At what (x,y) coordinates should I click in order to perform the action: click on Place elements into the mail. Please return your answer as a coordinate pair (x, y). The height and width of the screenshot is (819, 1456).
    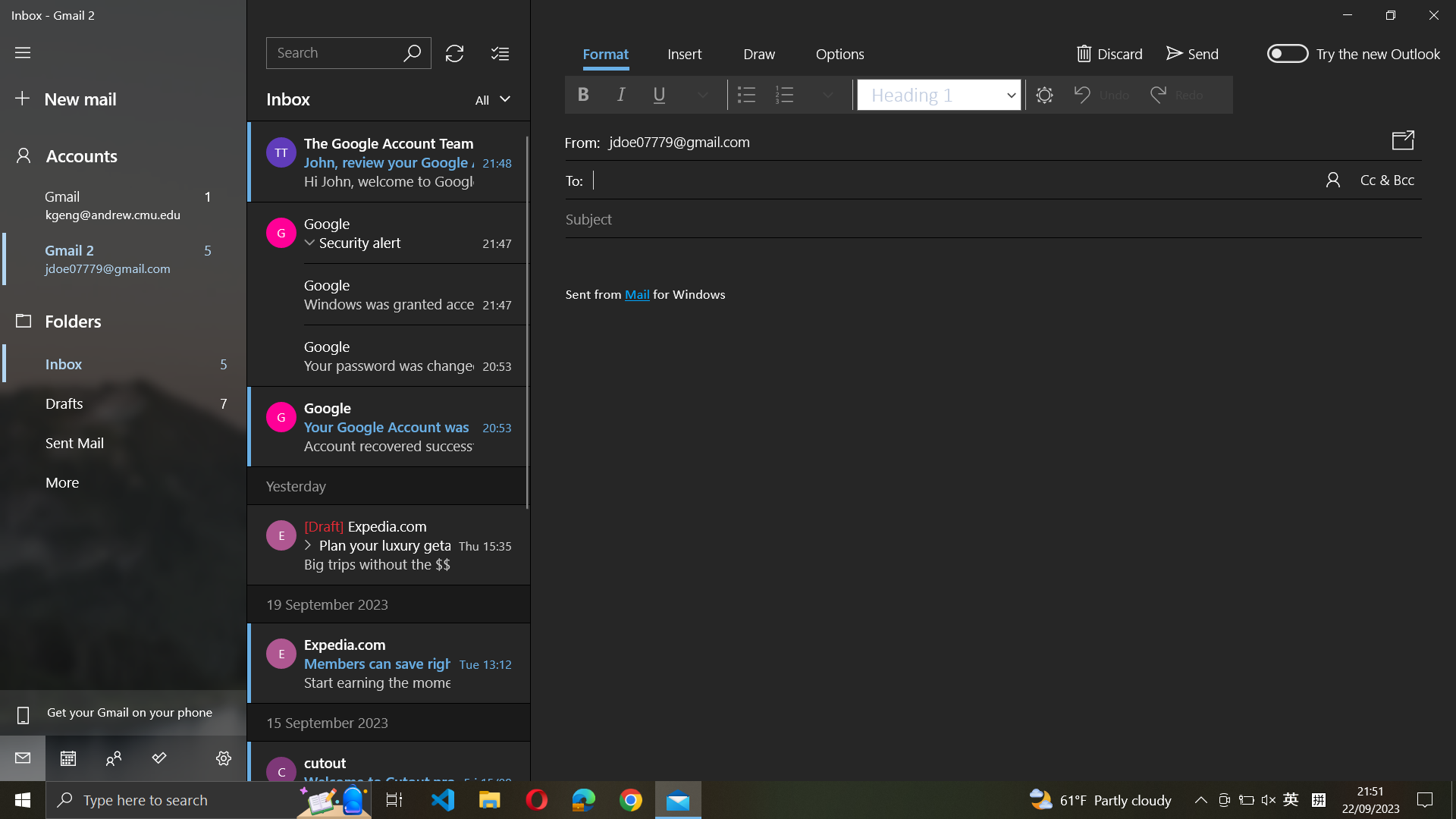
    Looking at the image, I should click on (683, 55).